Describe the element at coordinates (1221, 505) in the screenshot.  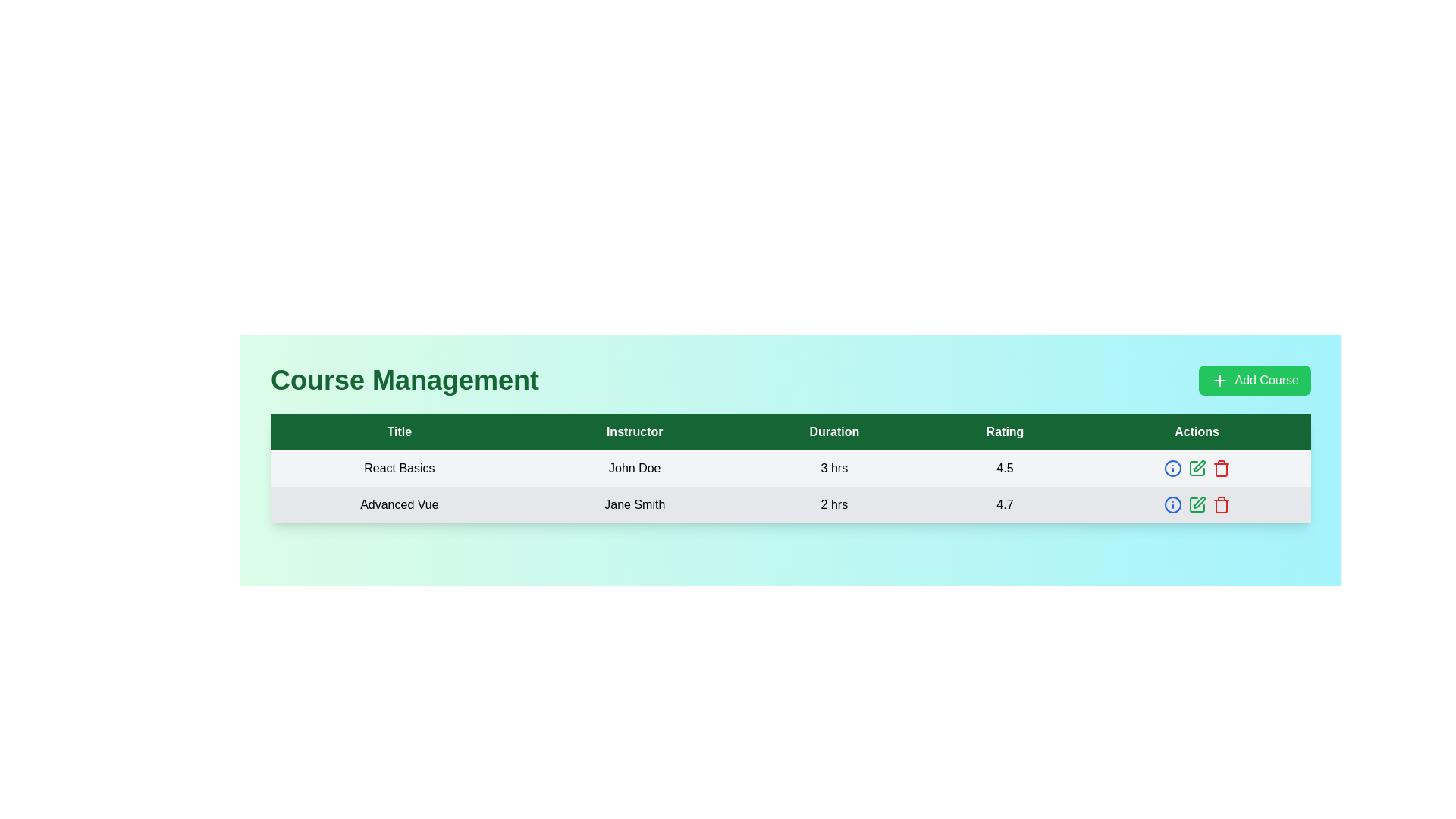
I see `the delete button located in the 'Actions' column of the second row in the table layout` at that location.